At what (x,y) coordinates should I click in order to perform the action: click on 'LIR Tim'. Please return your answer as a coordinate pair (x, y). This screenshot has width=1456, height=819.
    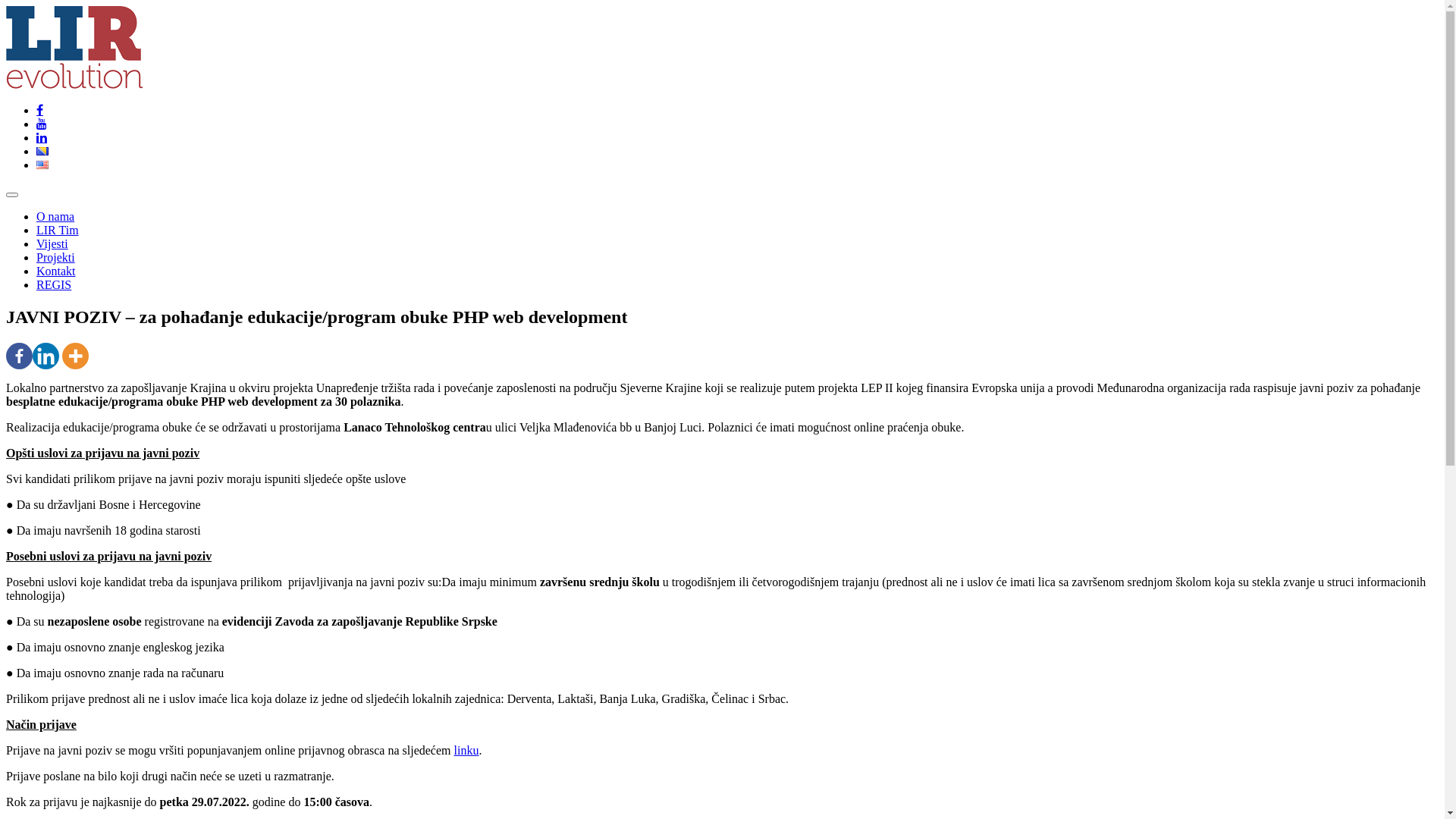
    Looking at the image, I should click on (58, 230).